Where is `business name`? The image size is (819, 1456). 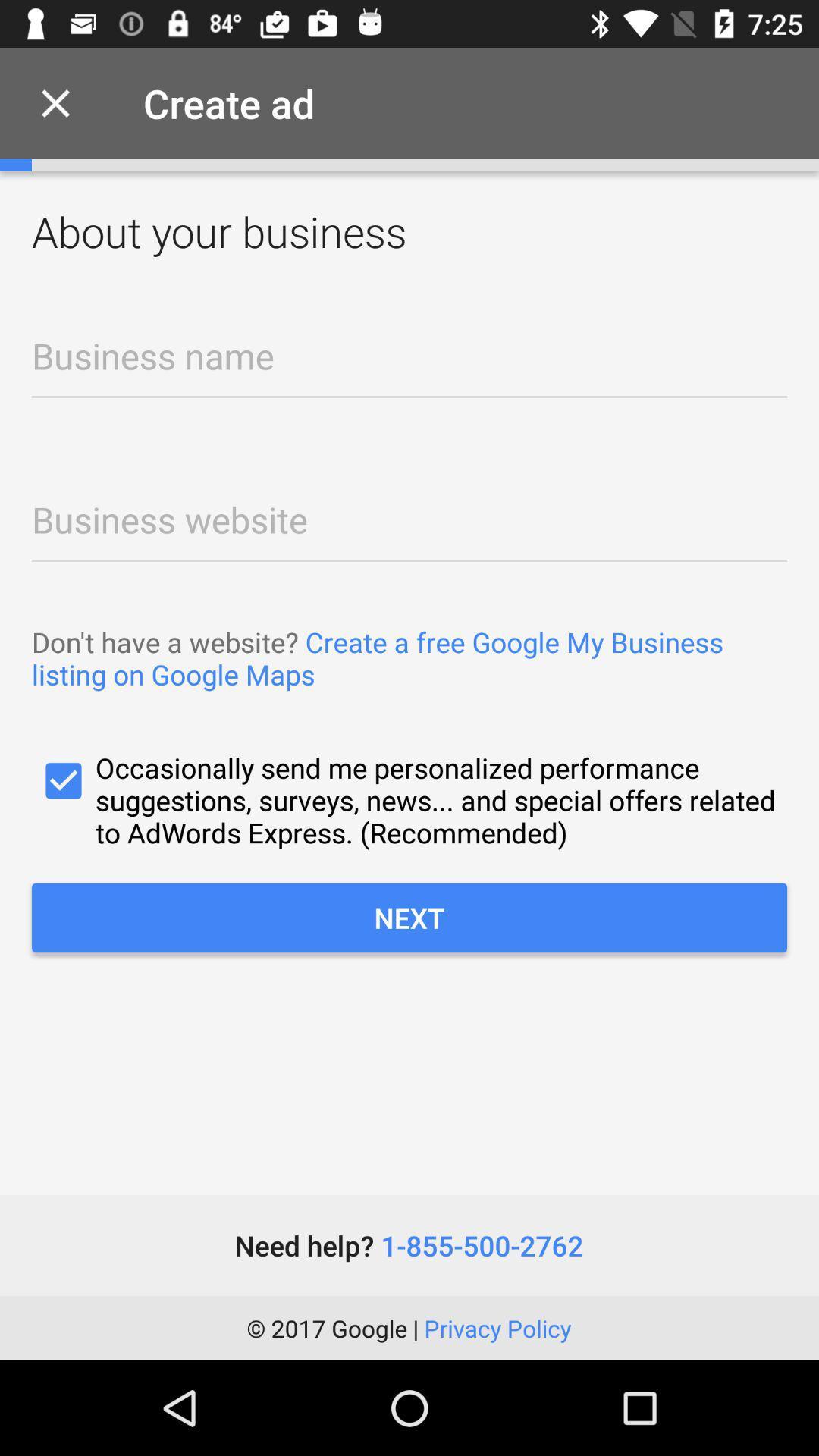 business name is located at coordinates (409, 366).